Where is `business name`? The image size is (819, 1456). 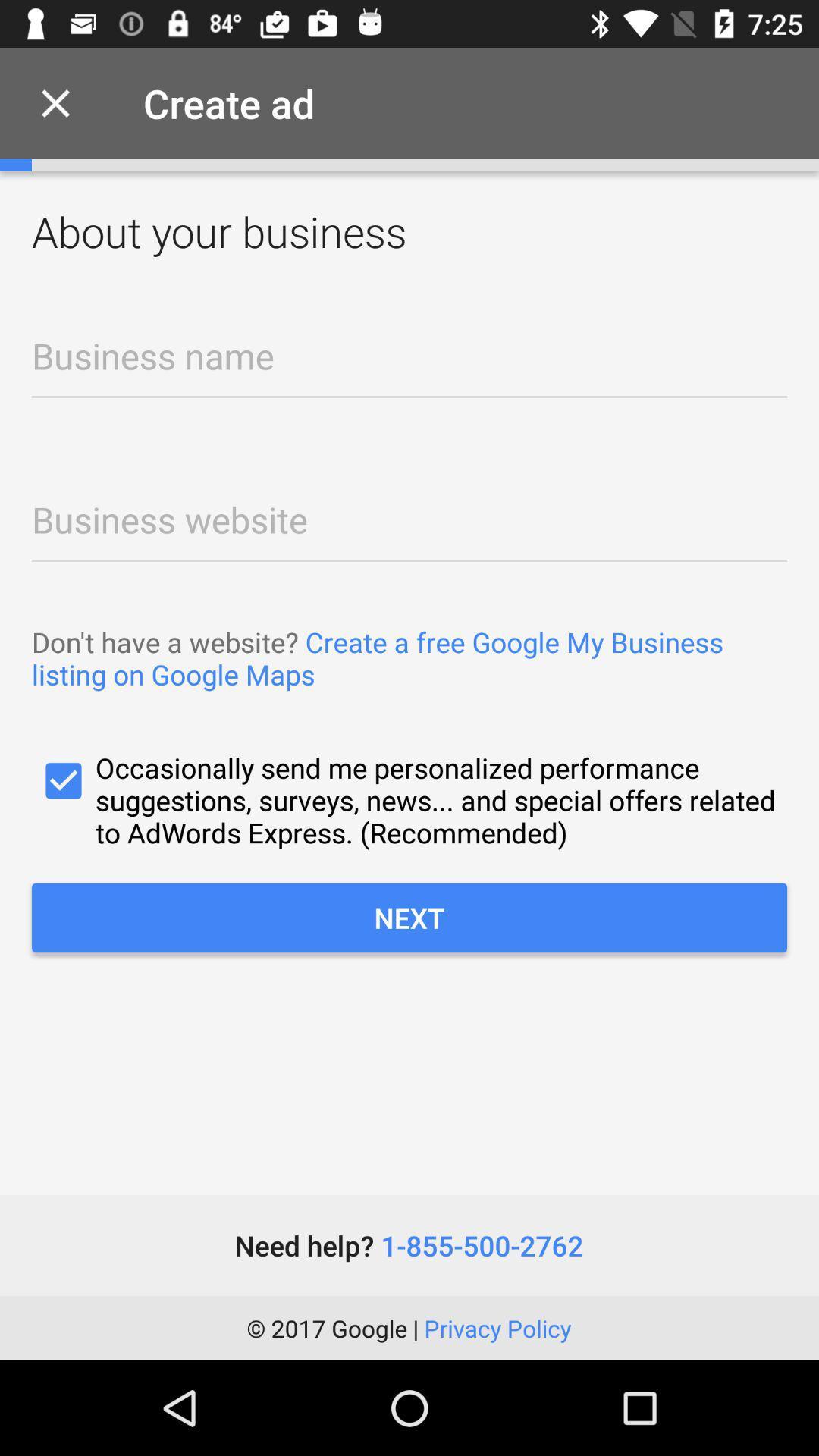 business name is located at coordinates (409, 366).